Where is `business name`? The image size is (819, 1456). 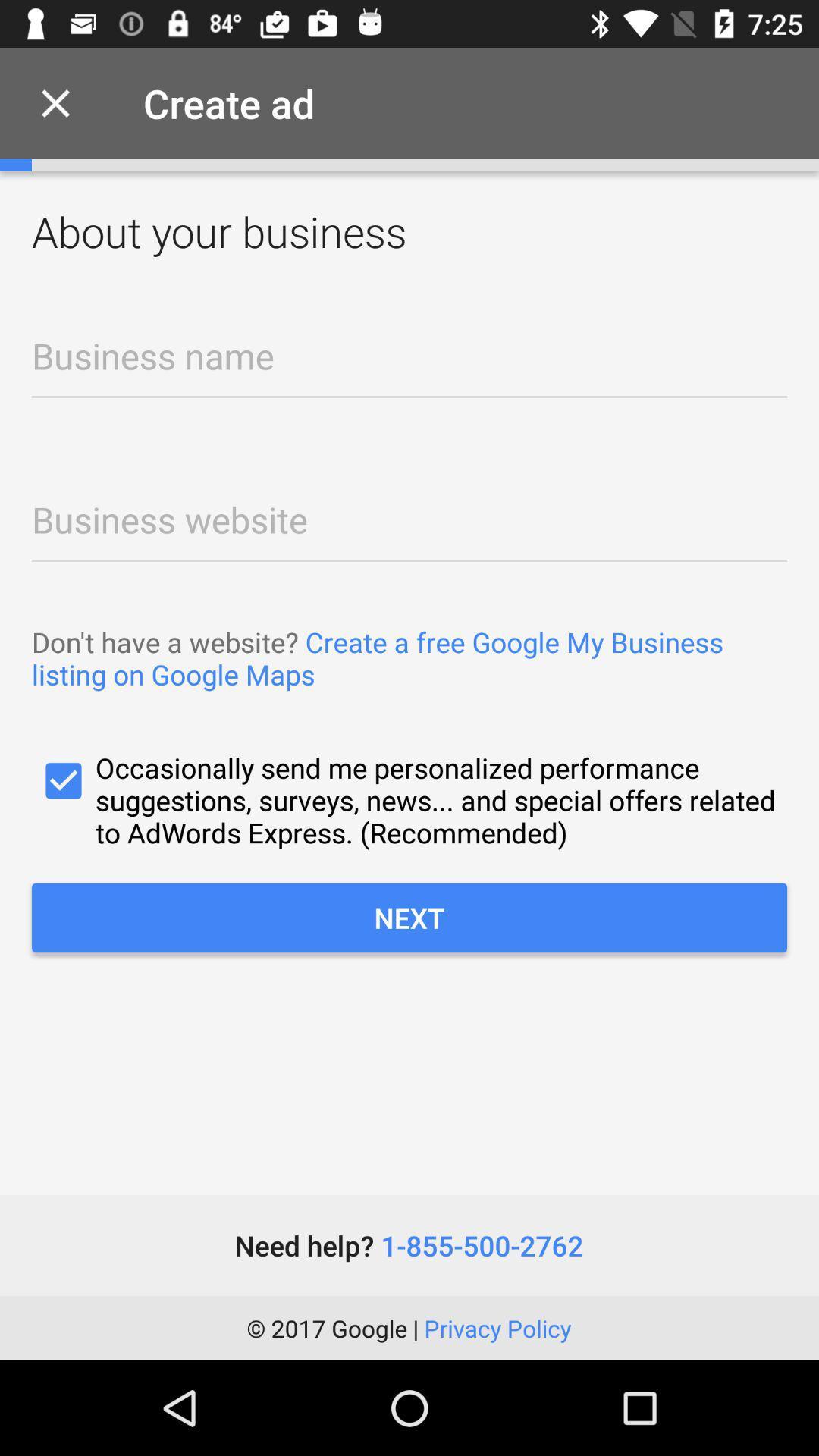 business name is located at coordinates (409, 366).